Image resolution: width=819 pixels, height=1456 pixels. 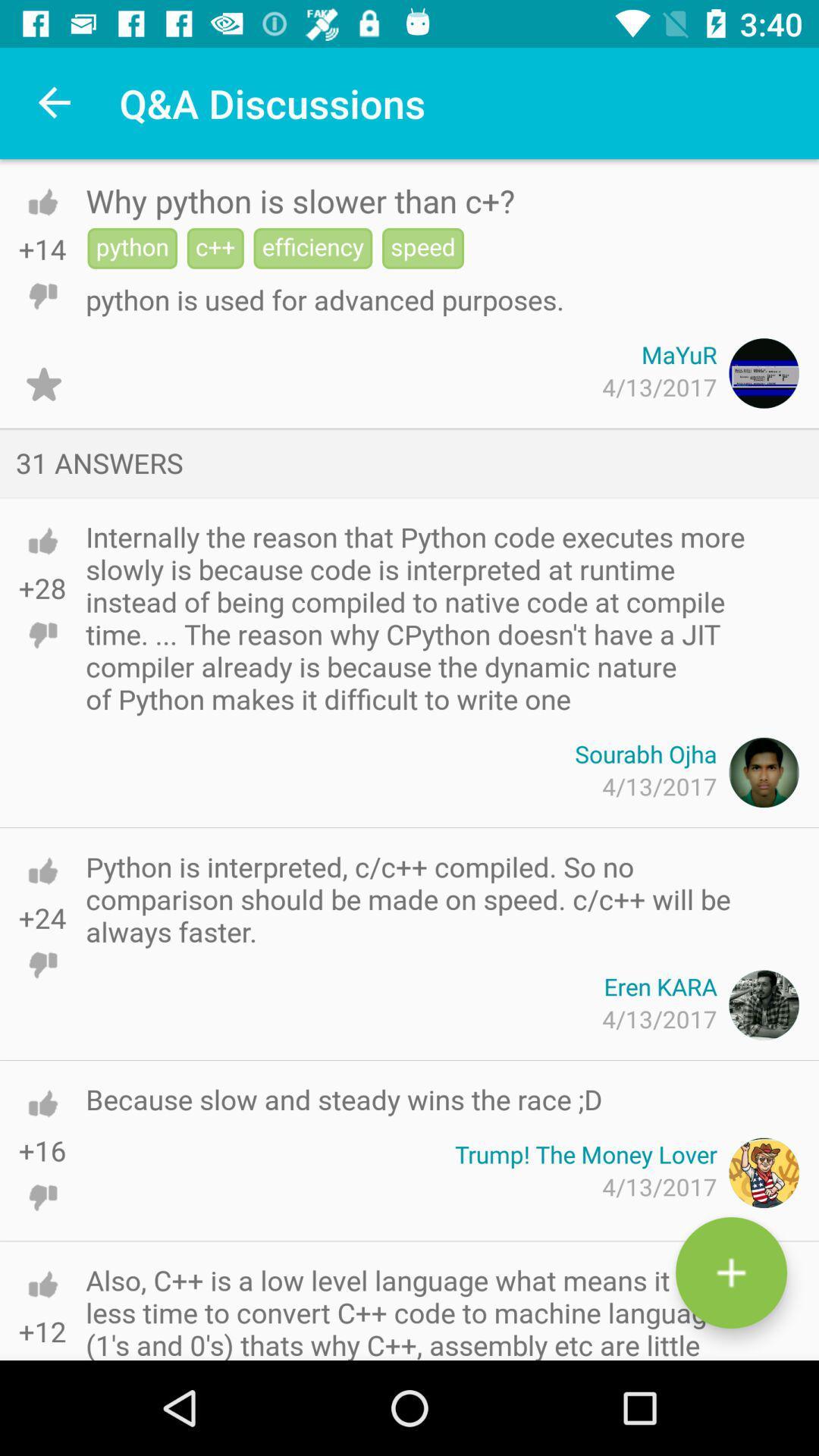 What do you see at coordinates (42, 1197) in the screenshot?
I see `thumbs down` at bounding box center [42, 1197].